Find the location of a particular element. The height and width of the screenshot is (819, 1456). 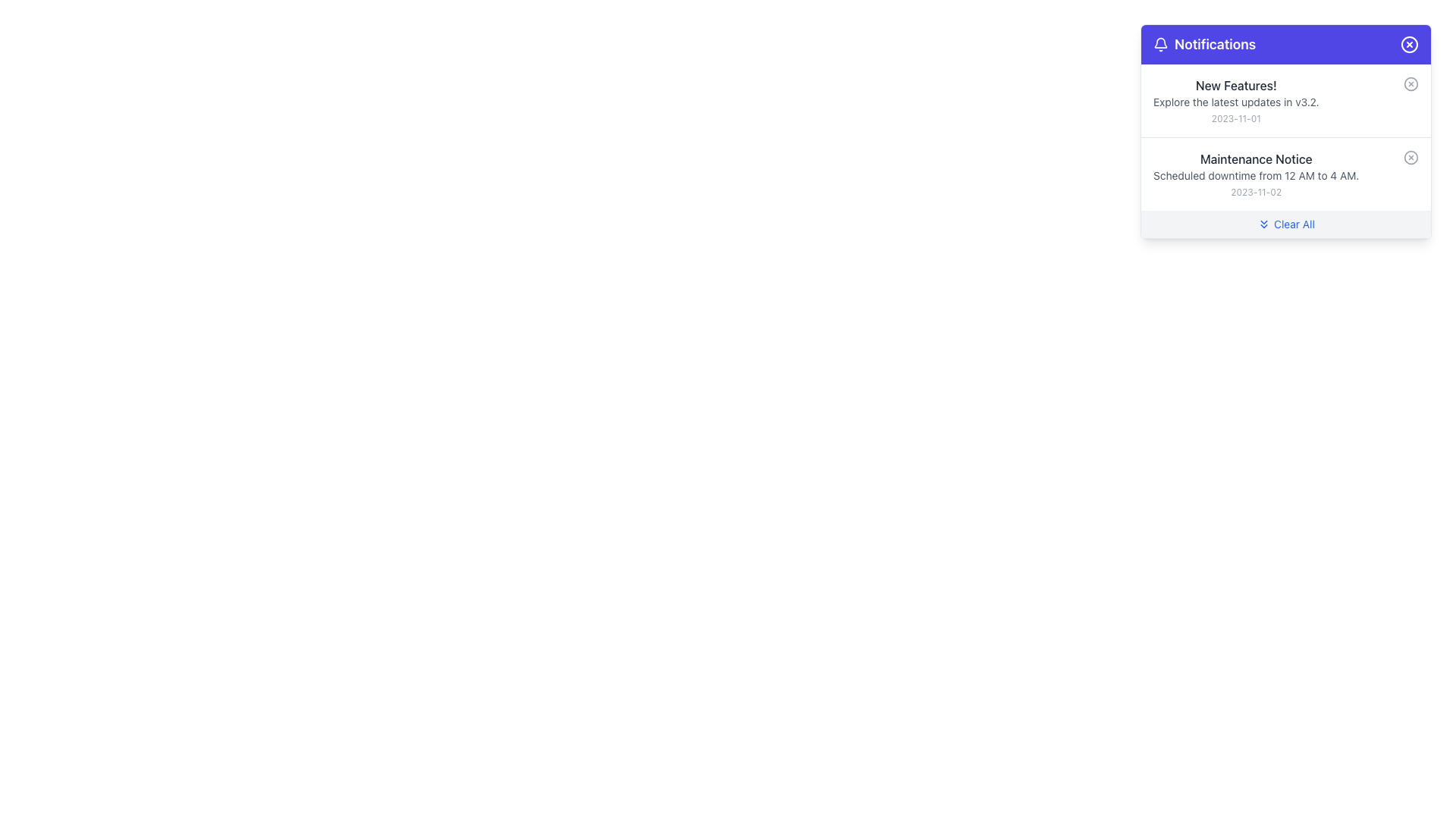

the text element providing context about updates in version 3.2, located in the notifications panel below 'New Features!' and above '2023-11-01' is located at coordinates (1236, 102).